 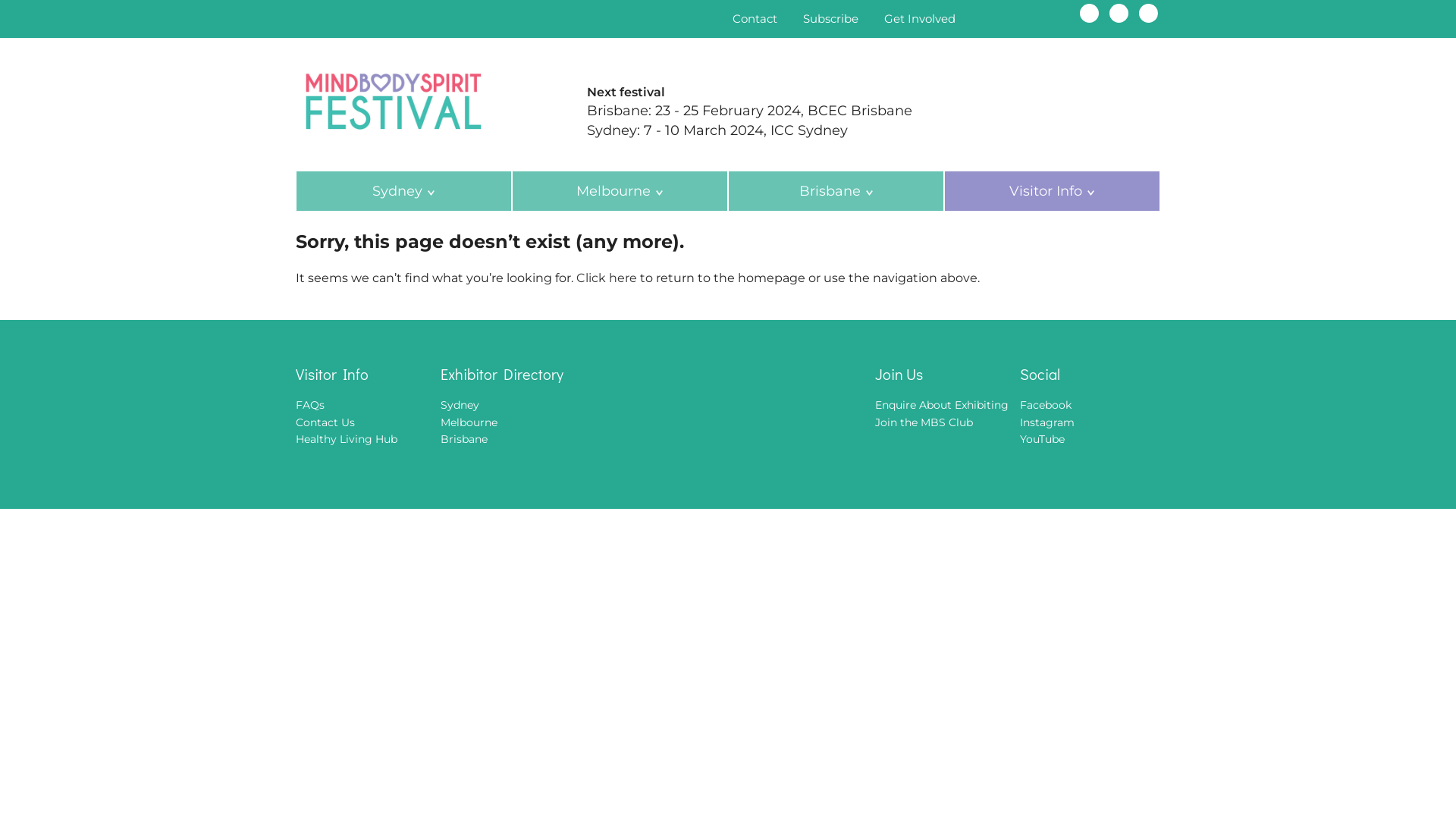 What do you see at coordinates (1046, 422) in the screenshot?
I see `'Instagram'` at bounding box center [1046, 422].